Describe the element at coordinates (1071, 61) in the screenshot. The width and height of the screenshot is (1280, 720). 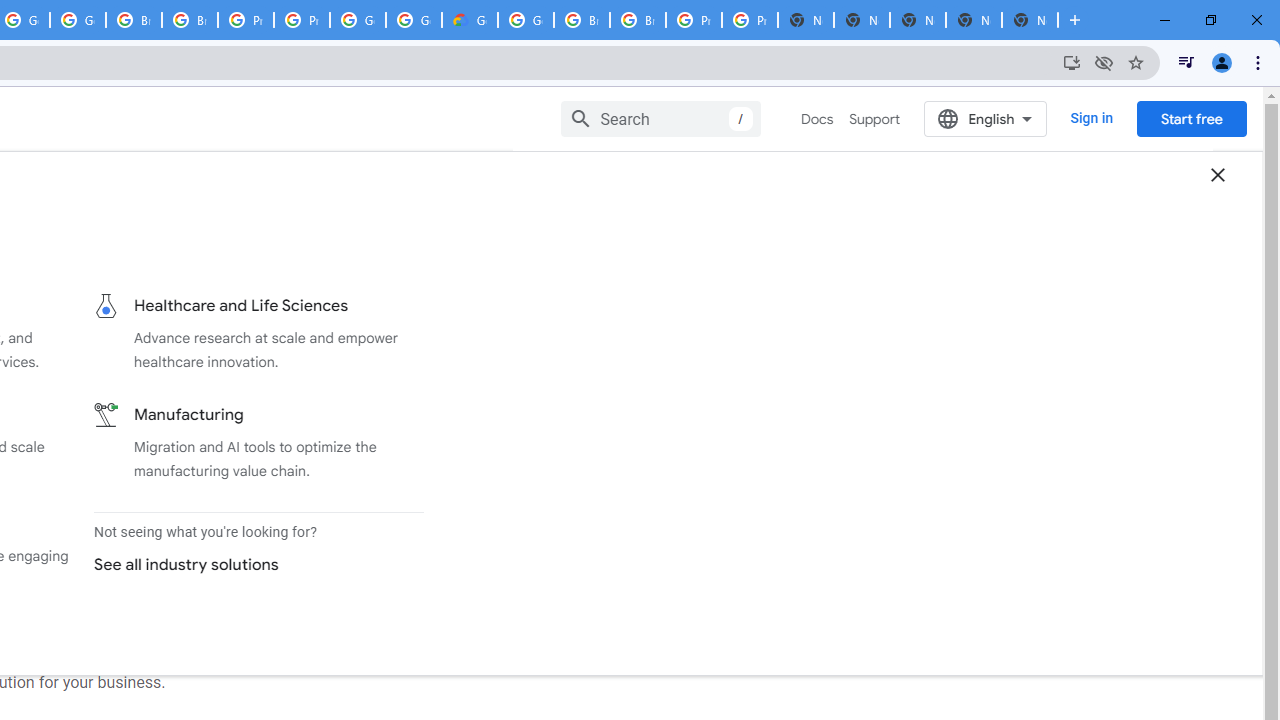
I see `'Install Google Cloud'` at that location.